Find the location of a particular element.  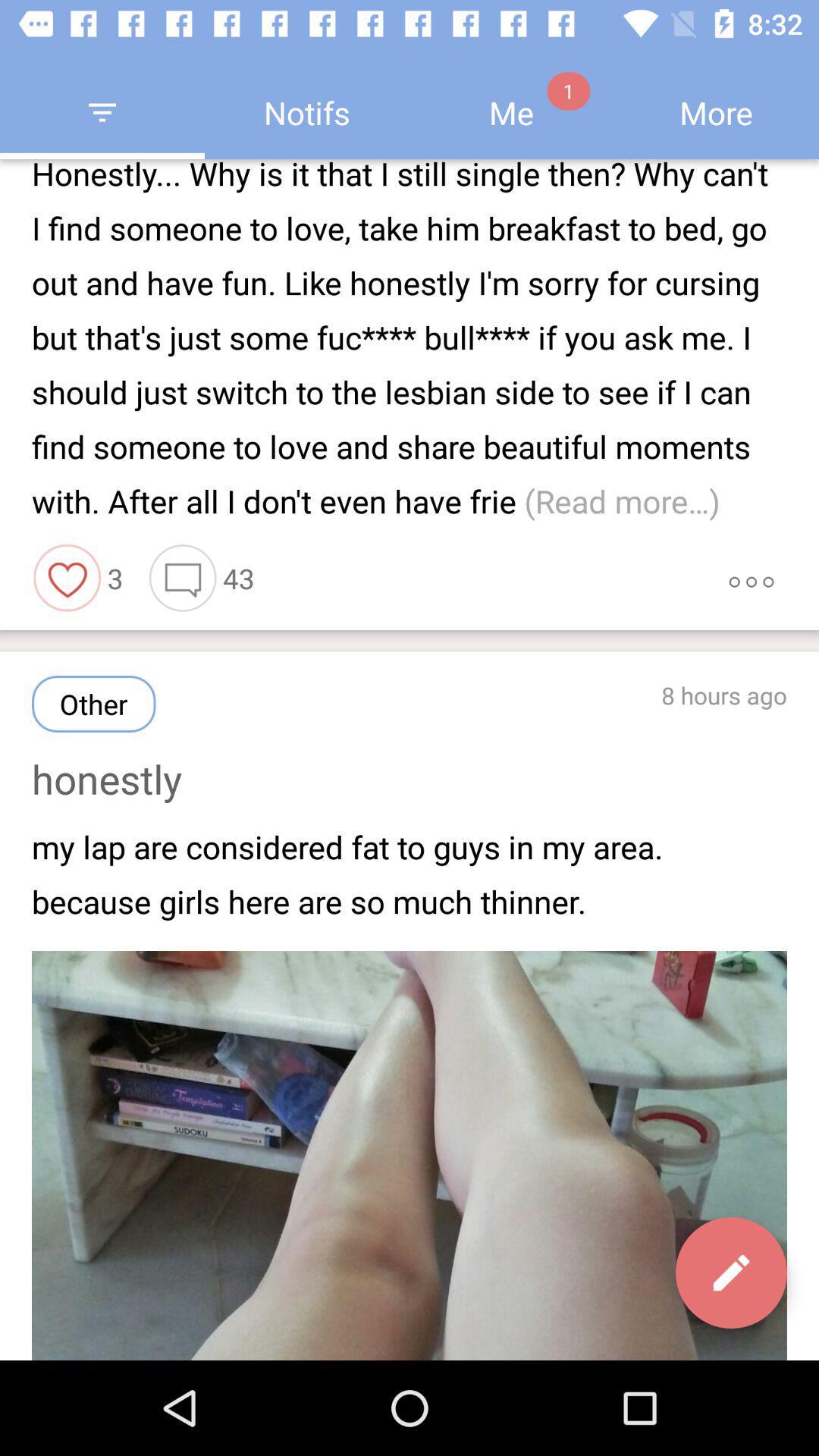

the item above other item is located at coordinates (182, 577).